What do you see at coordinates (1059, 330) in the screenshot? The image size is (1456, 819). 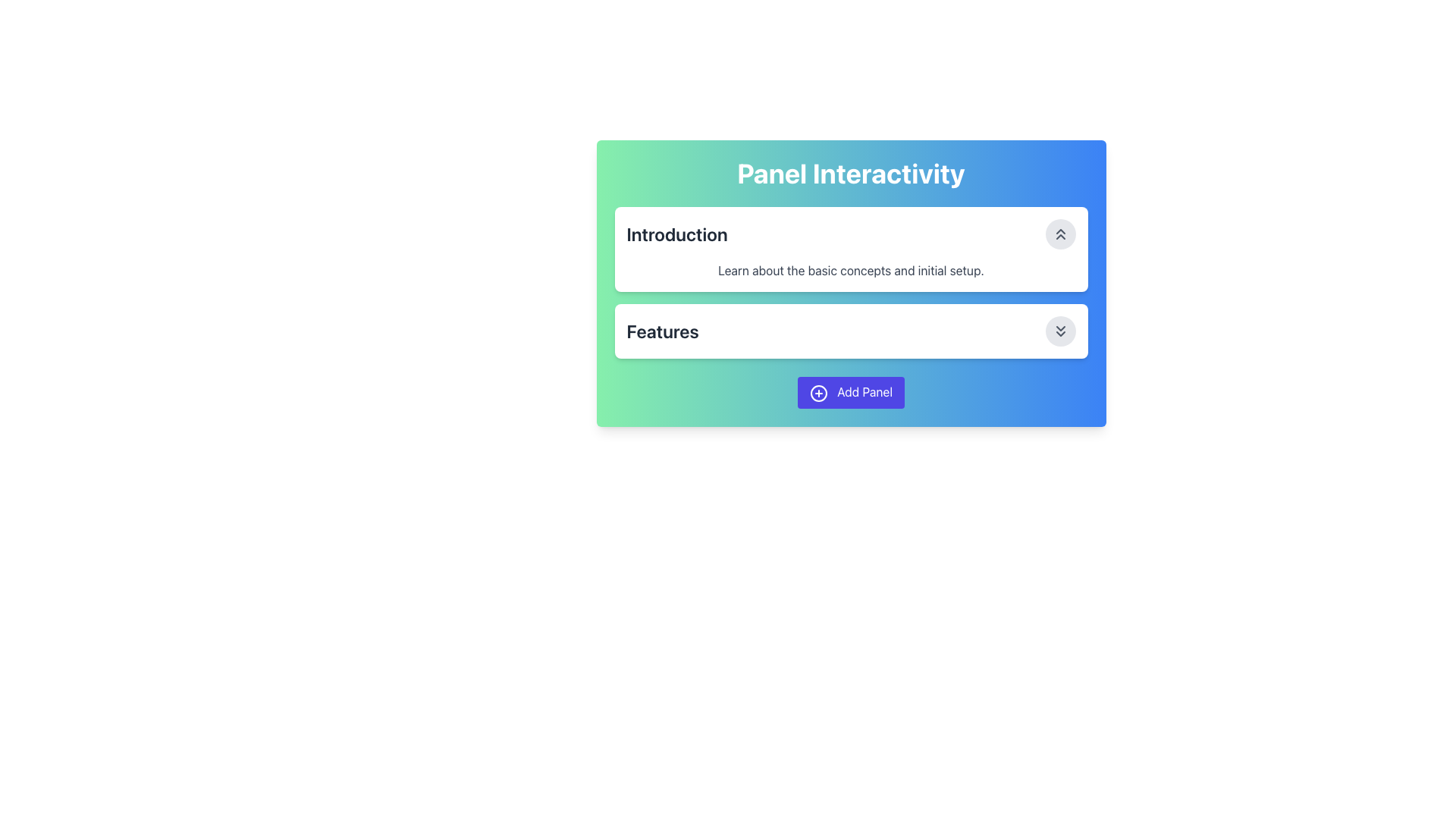 I see `the button at the extreme right end of the 'Features' panel header` at bounding box center [1059, 330].